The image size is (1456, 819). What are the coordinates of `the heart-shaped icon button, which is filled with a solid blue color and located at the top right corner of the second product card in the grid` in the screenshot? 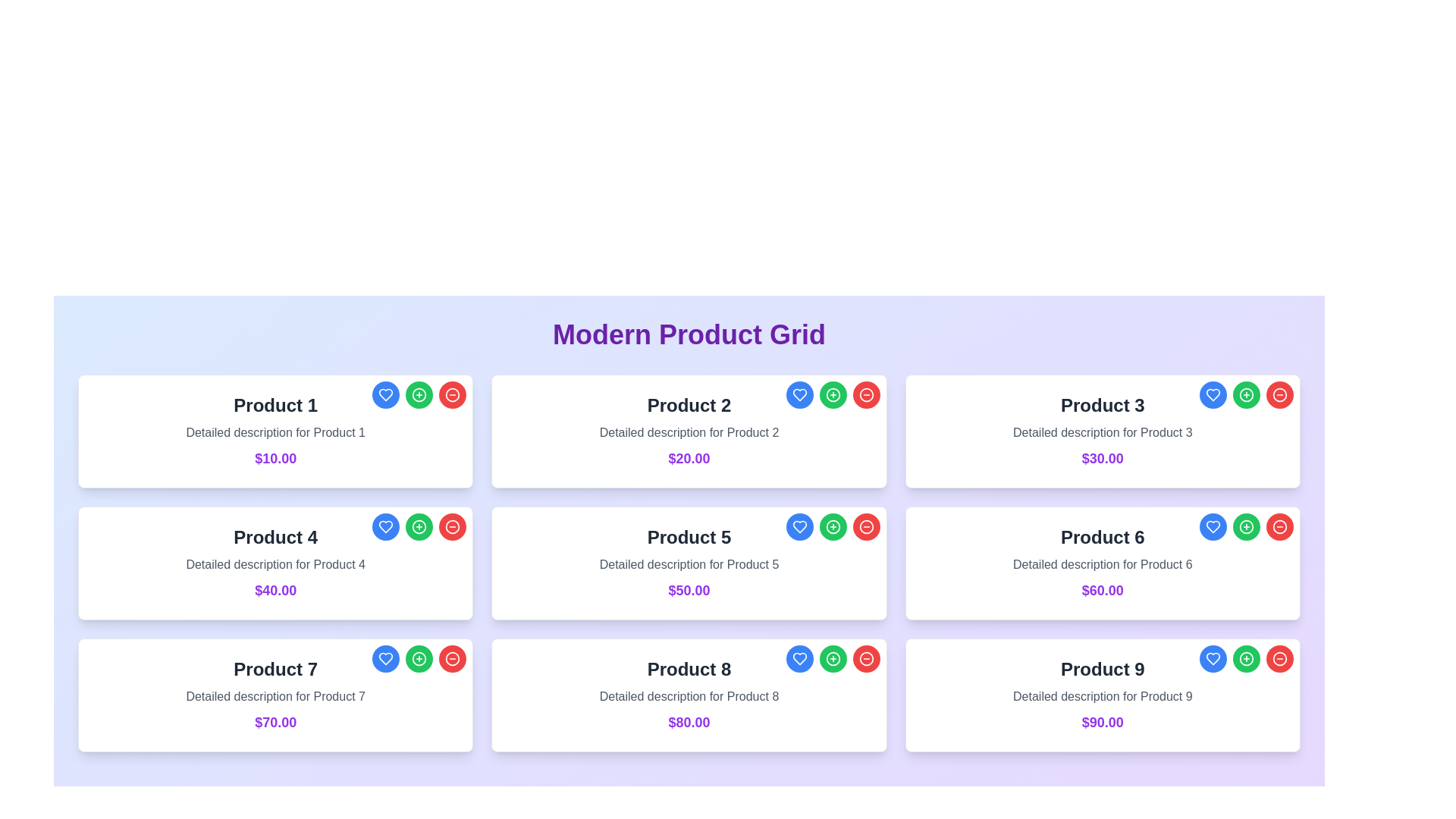 It's located at (799, 394).